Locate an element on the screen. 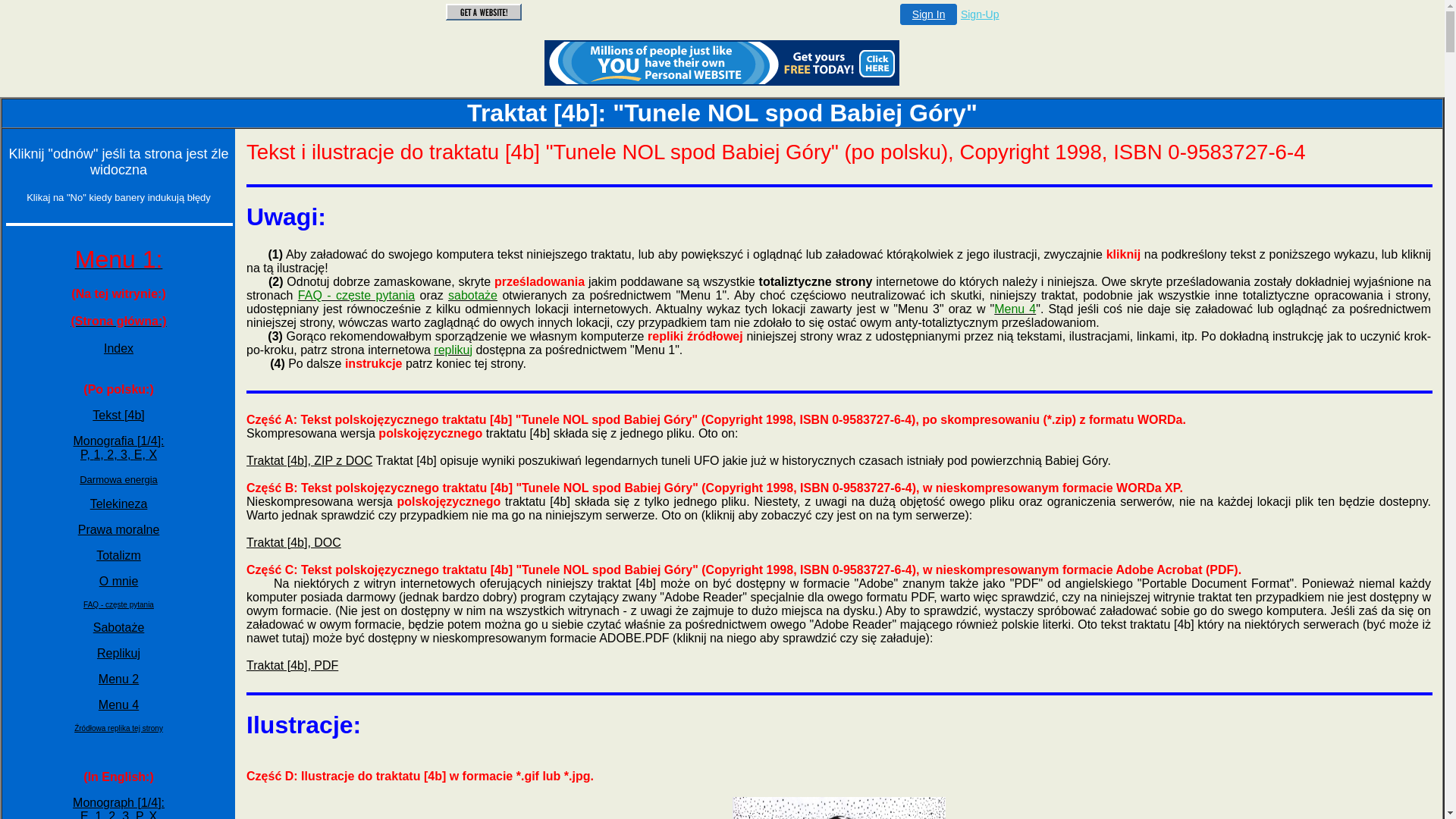  'replikuj' is located at coordinates (452, 350).